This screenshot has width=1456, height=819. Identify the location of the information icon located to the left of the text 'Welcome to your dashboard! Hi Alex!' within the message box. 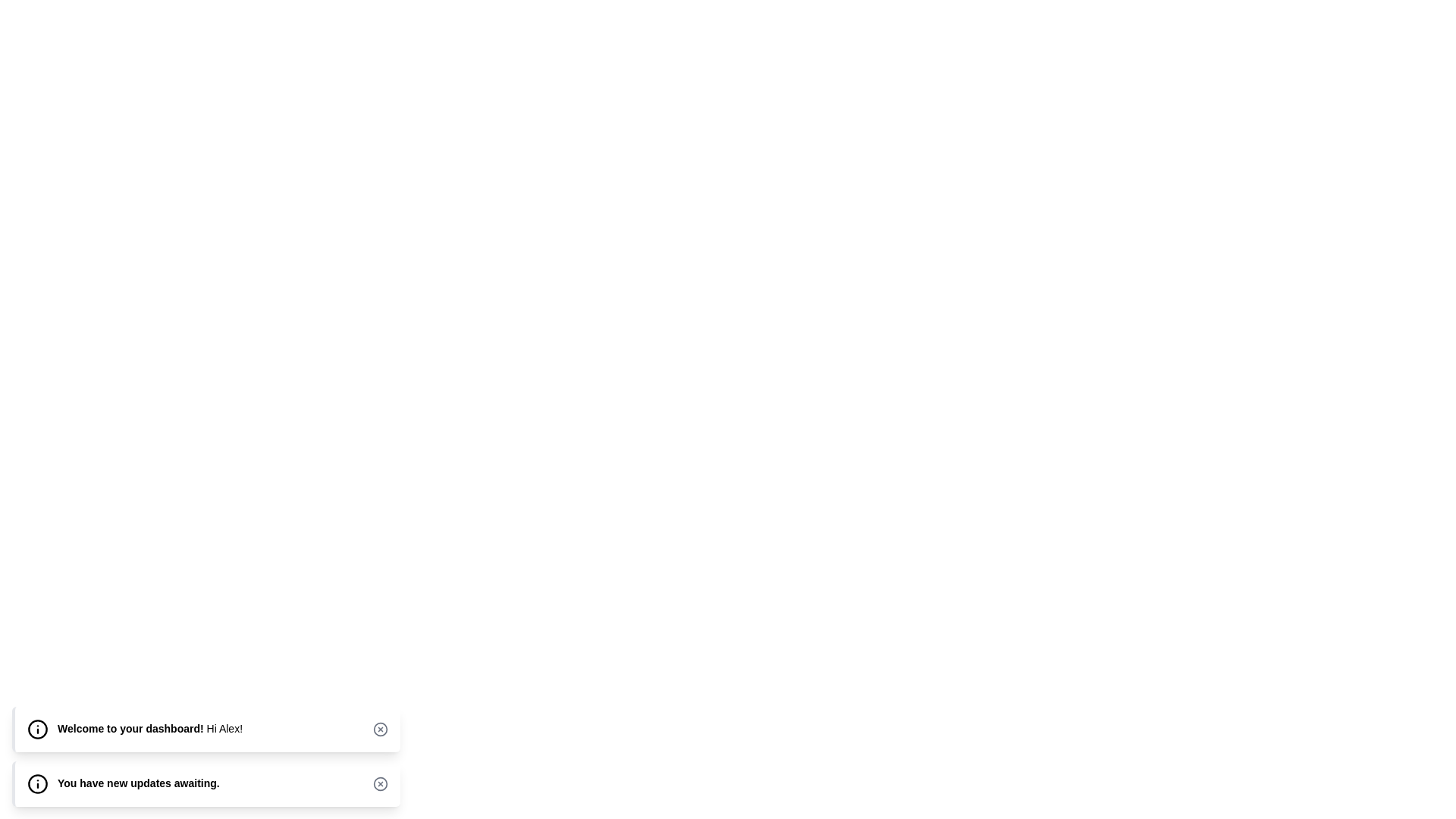
(37, 728).